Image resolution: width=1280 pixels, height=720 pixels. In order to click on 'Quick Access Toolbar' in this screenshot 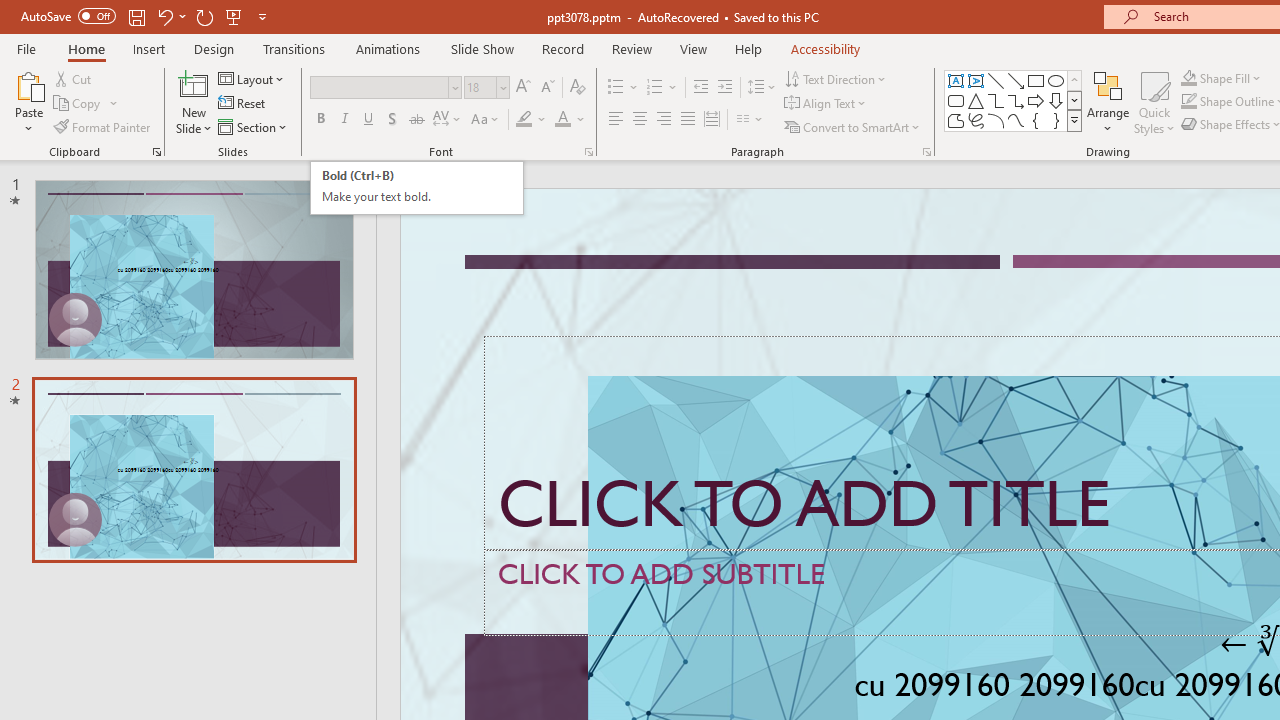, I will do `click(144, 16)`.